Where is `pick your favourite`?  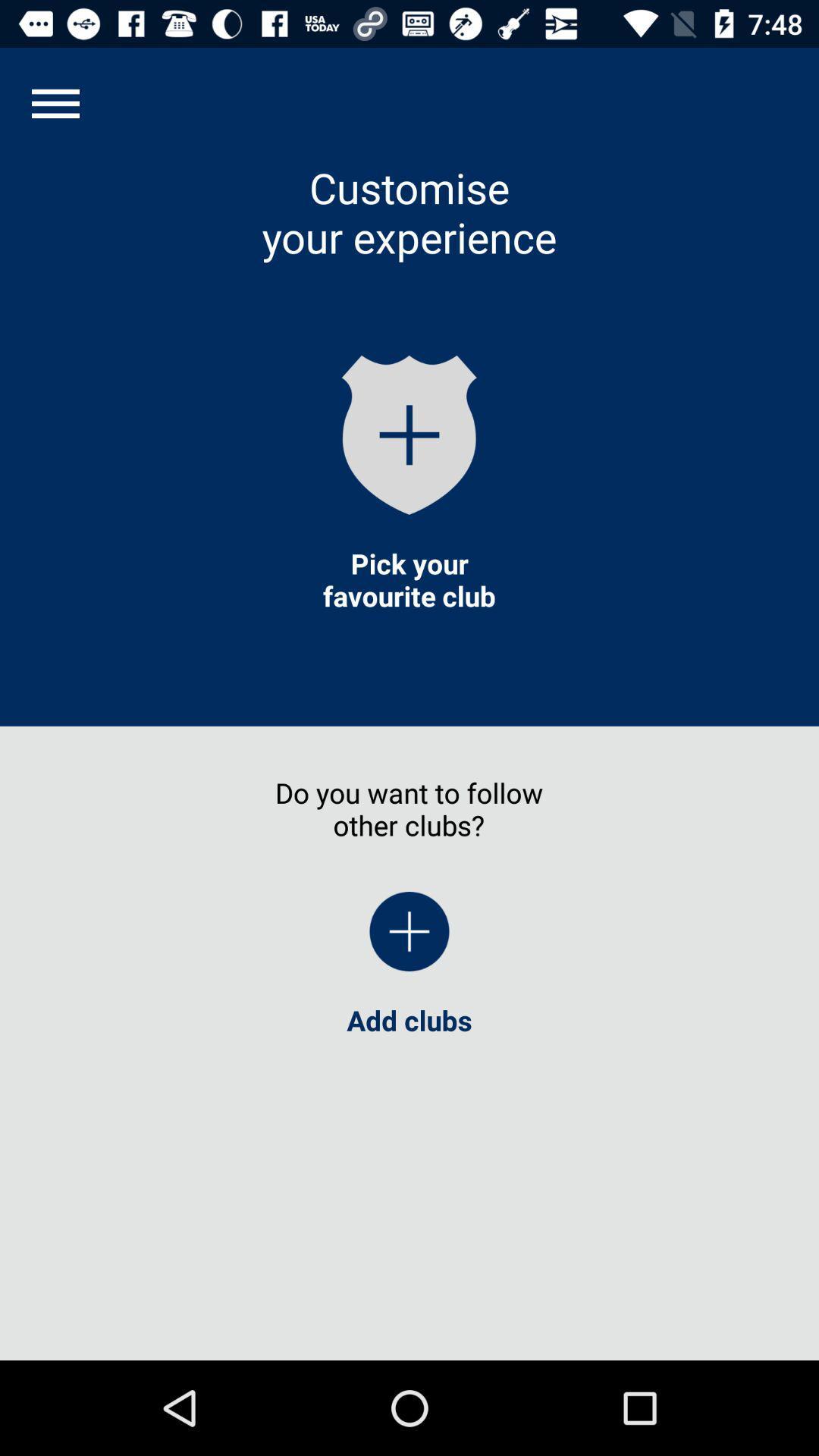 pick your favourite is located at coordinates (409, 579).